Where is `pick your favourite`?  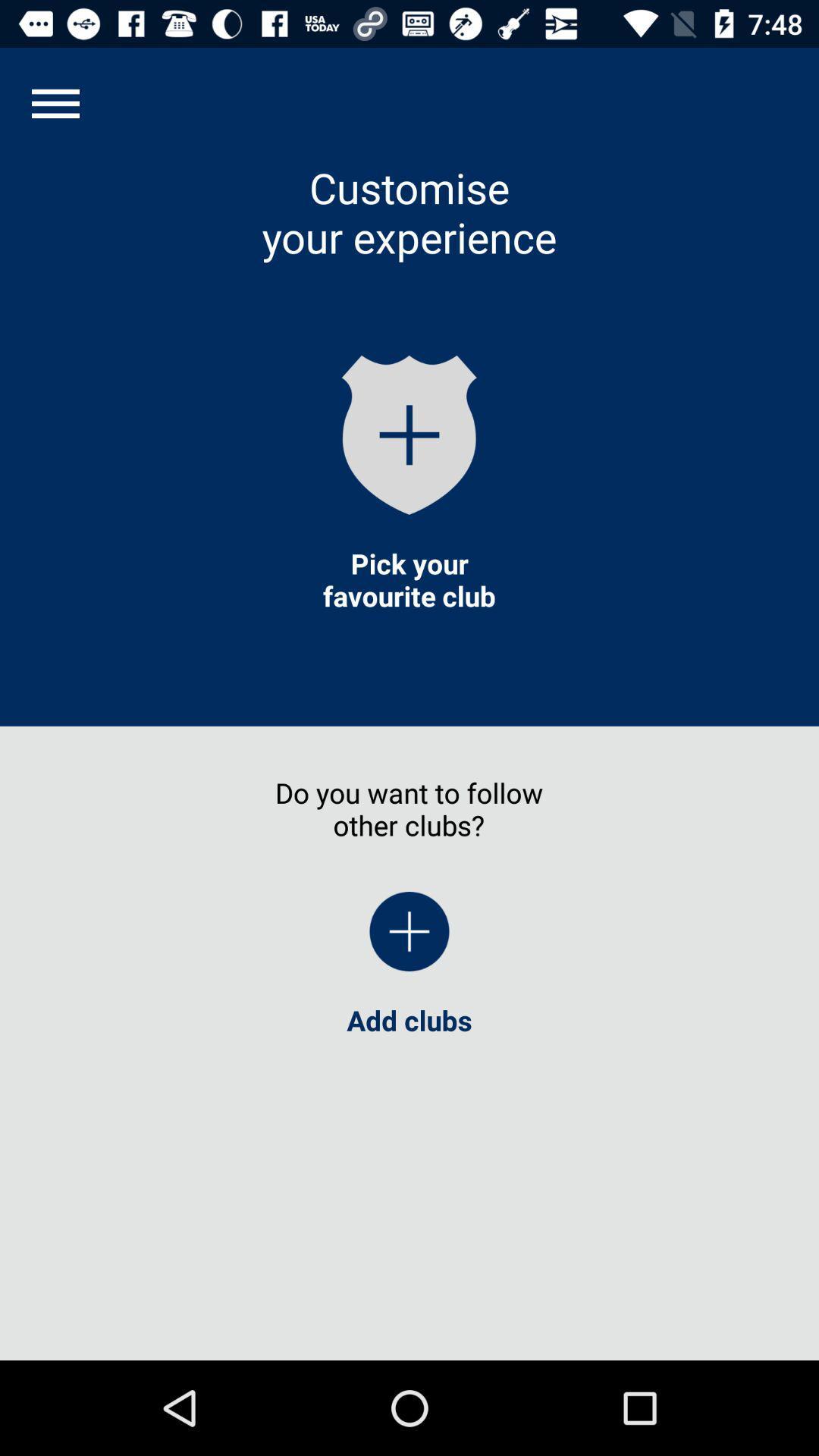 pick your favourite is located at coordinates (409, 579).